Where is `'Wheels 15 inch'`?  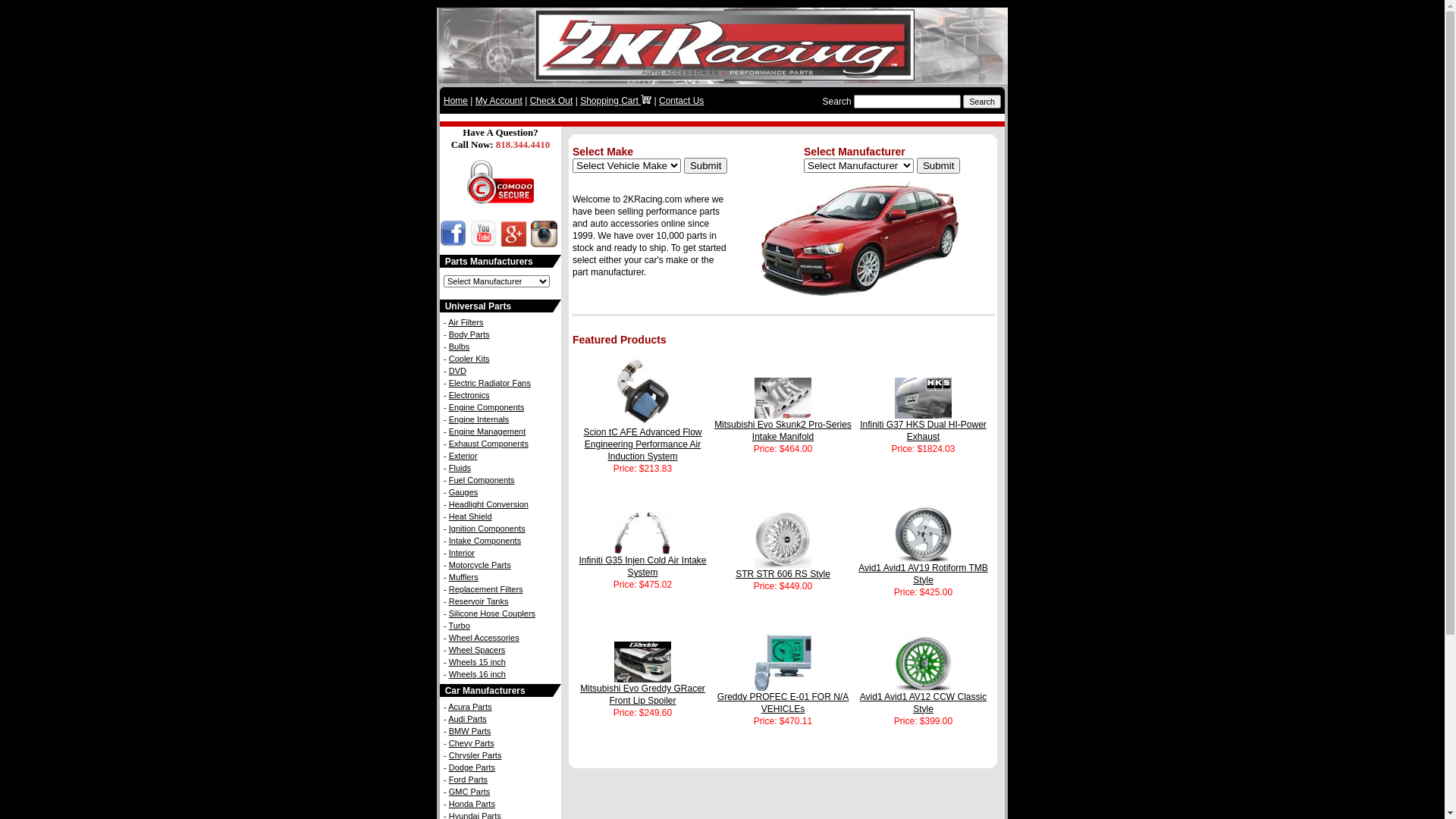 'Wheels 15 inch' is located at coordinates (447, 661).